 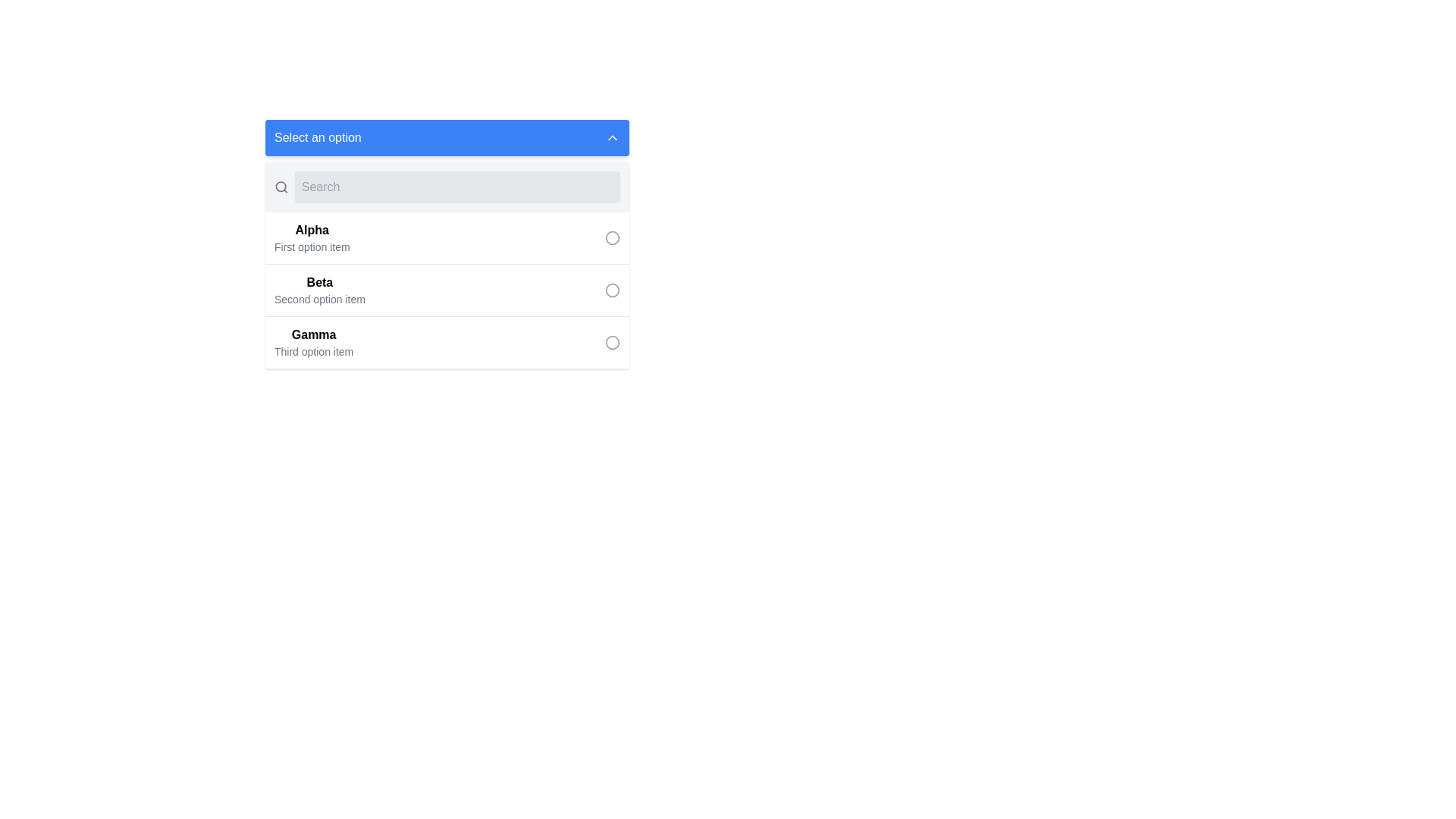 I want to click on the circle icon located at the far-right side of the 'Gamma' option in the dropdown menu, so click(x=612, y=342).